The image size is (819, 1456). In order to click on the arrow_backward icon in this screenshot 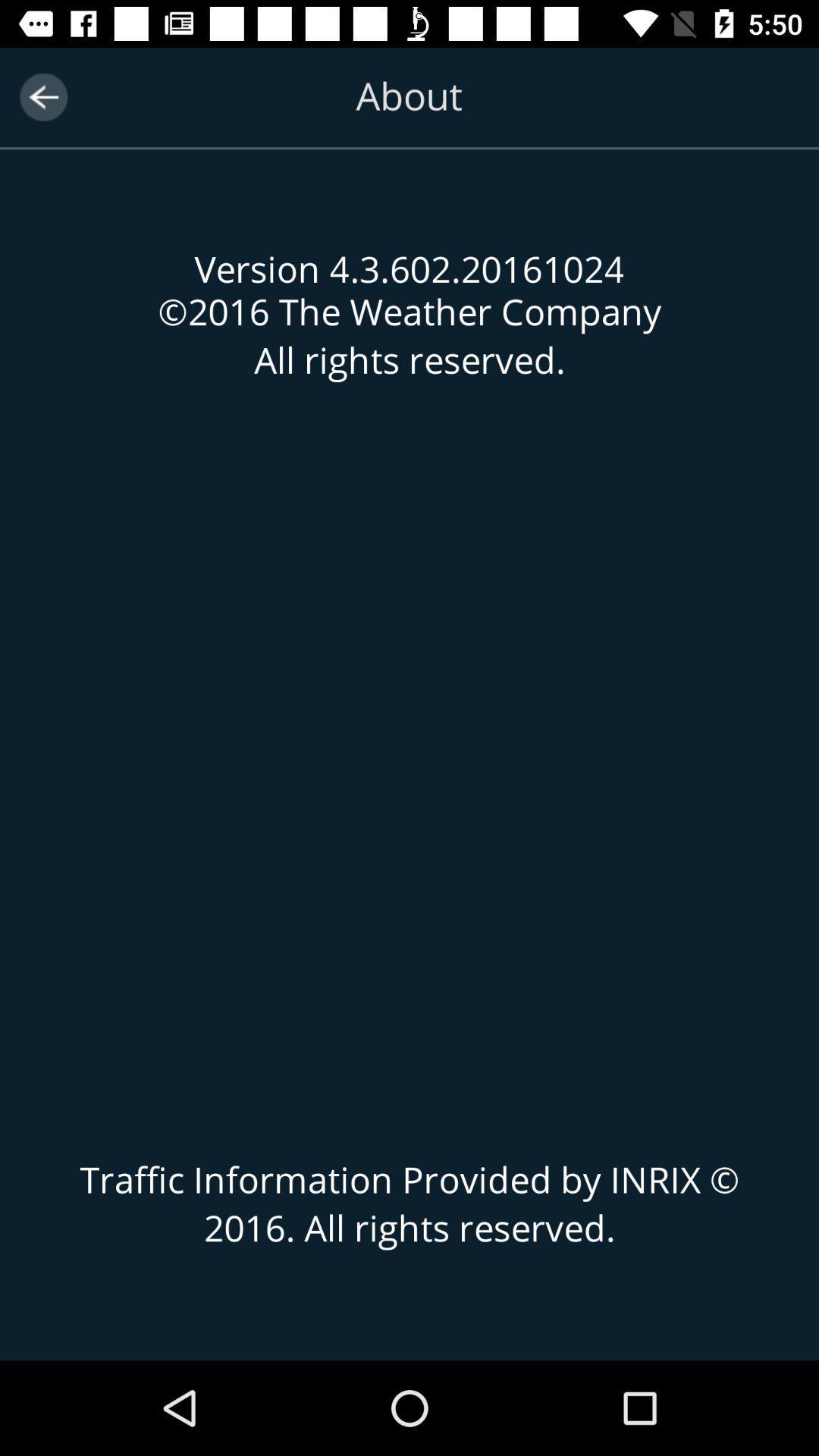, I will do `click(42, 96)`.